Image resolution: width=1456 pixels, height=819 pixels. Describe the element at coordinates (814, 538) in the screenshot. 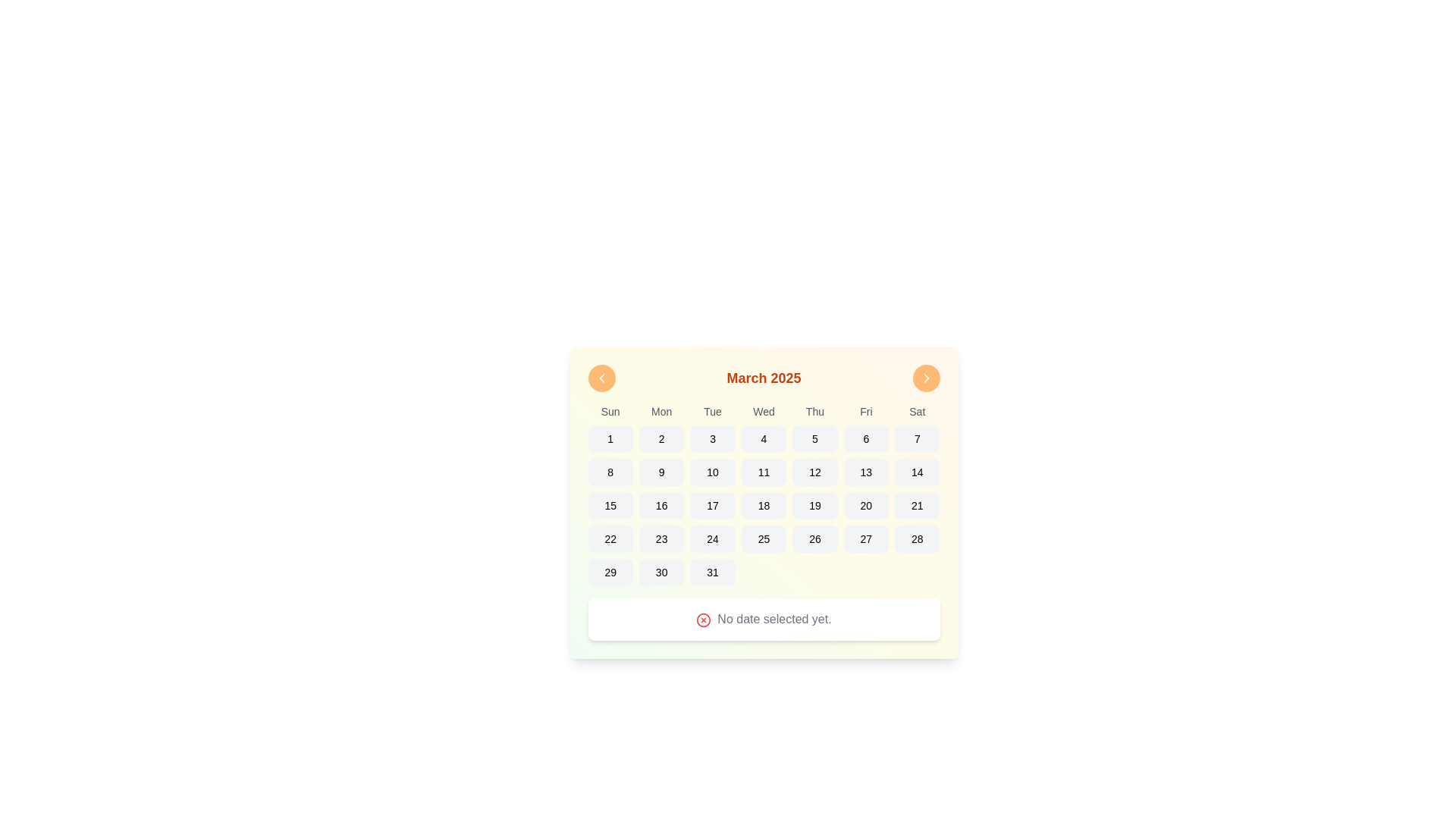

I see `the calendar button representing the 26th day of the month` at that location.